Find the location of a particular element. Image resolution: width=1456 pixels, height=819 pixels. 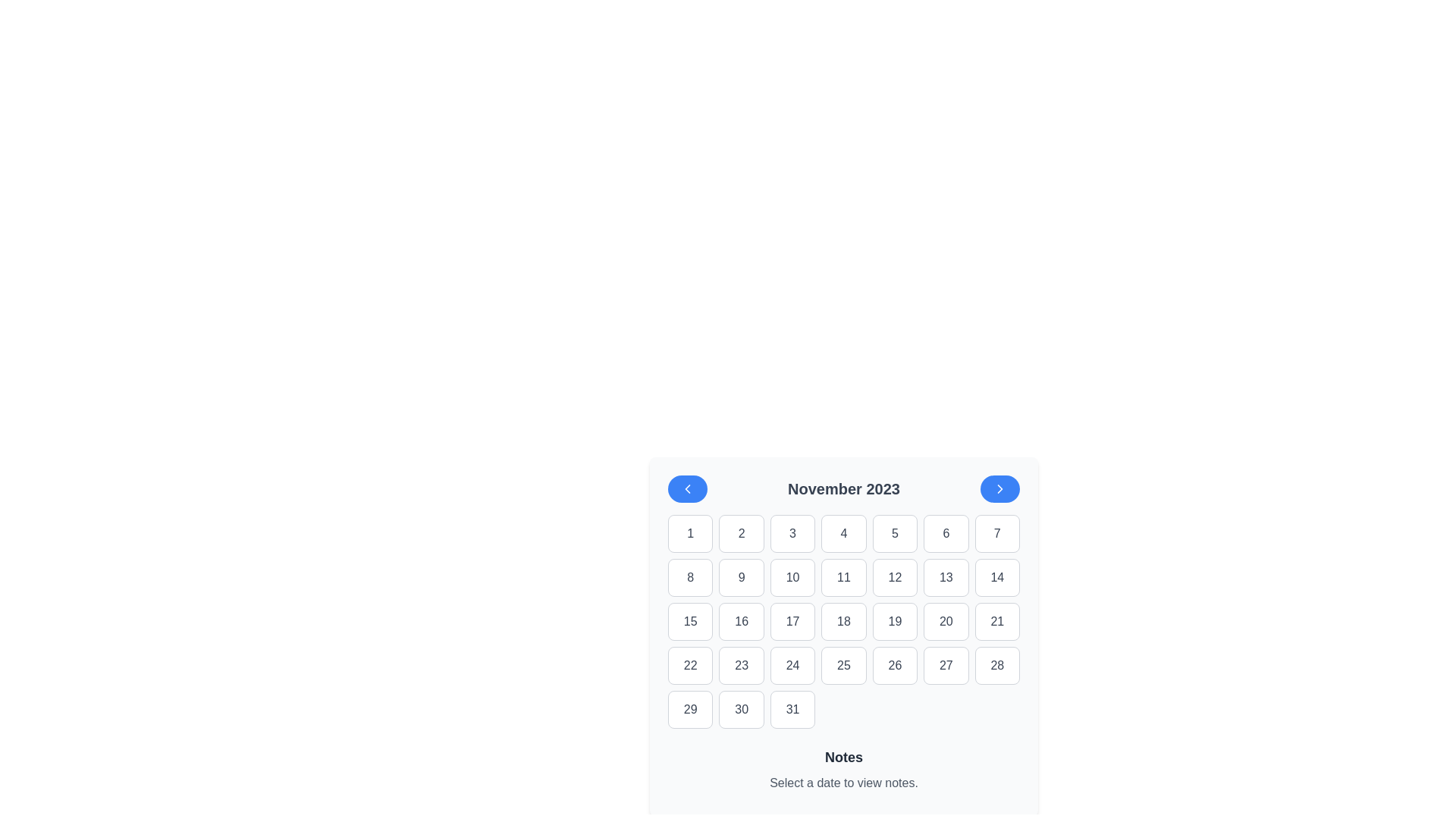

the button labeled '31' located in the bottom-right corner of the calendar is located at coordinates (792, 710).